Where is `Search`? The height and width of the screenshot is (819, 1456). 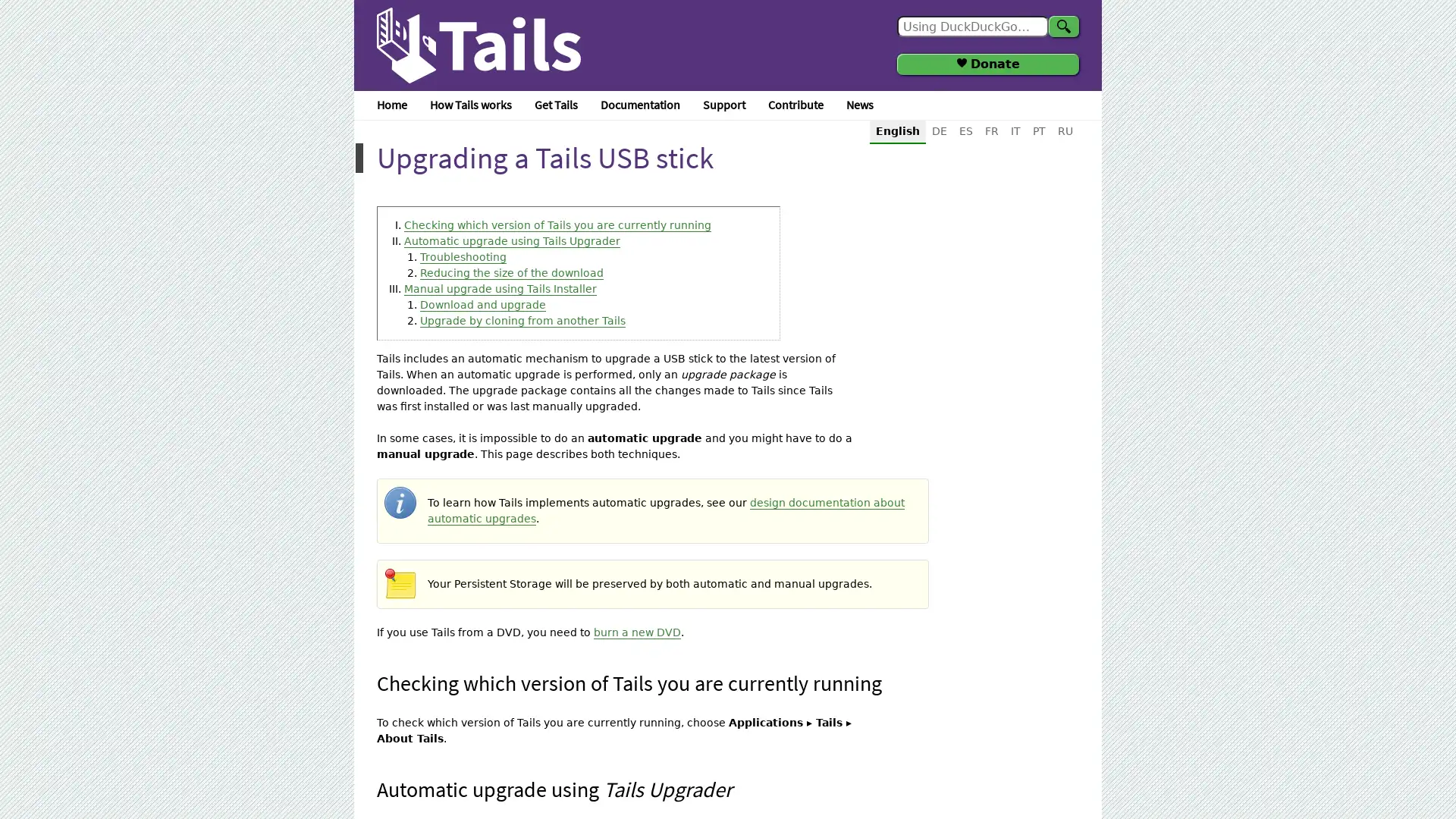
Search is located at coordinates (1062, 26).